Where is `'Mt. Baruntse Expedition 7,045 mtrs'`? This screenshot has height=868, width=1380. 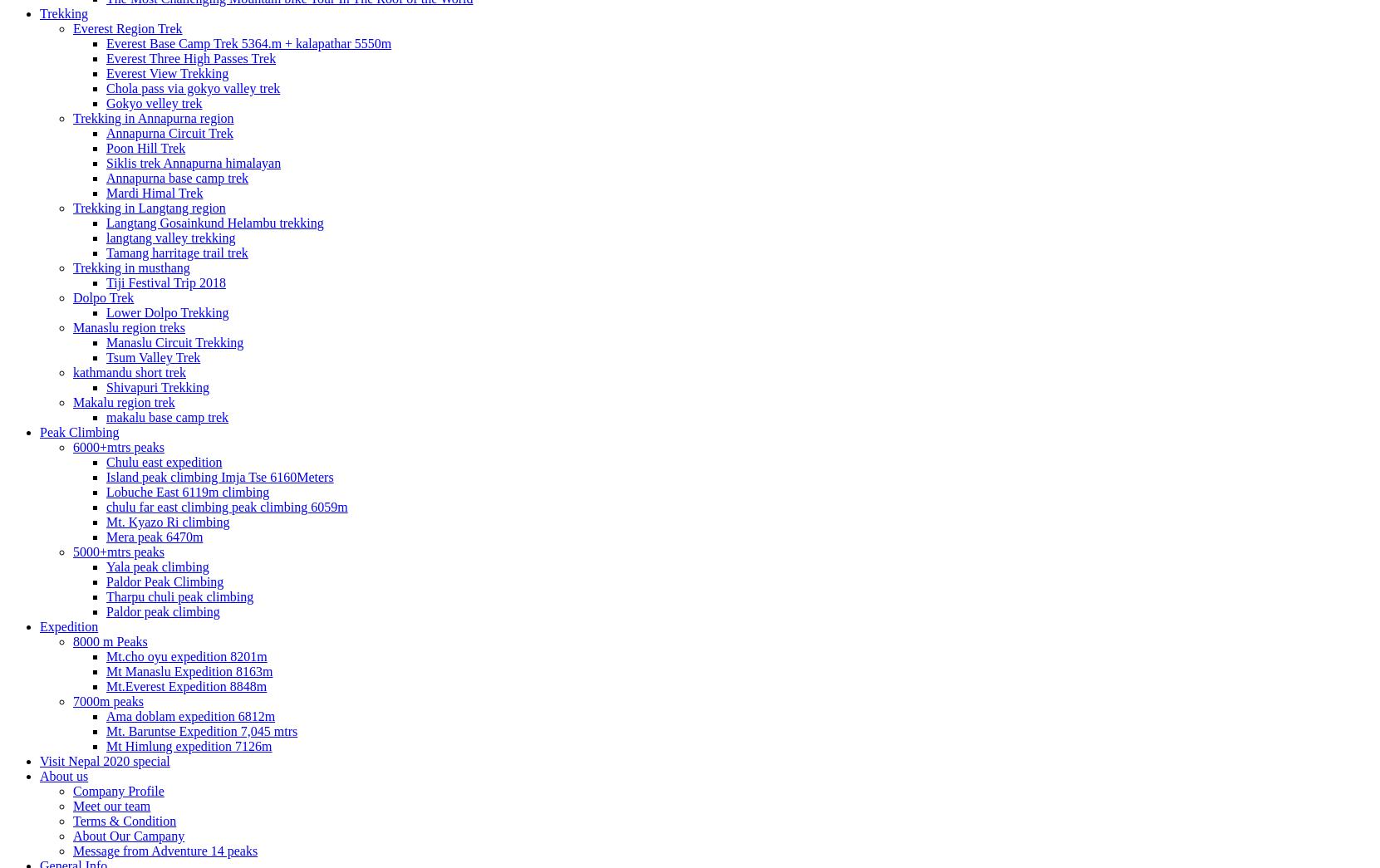 'Mt. Baruntse Expedition 7,045 mtrs' is located at coordinates (201, 730).